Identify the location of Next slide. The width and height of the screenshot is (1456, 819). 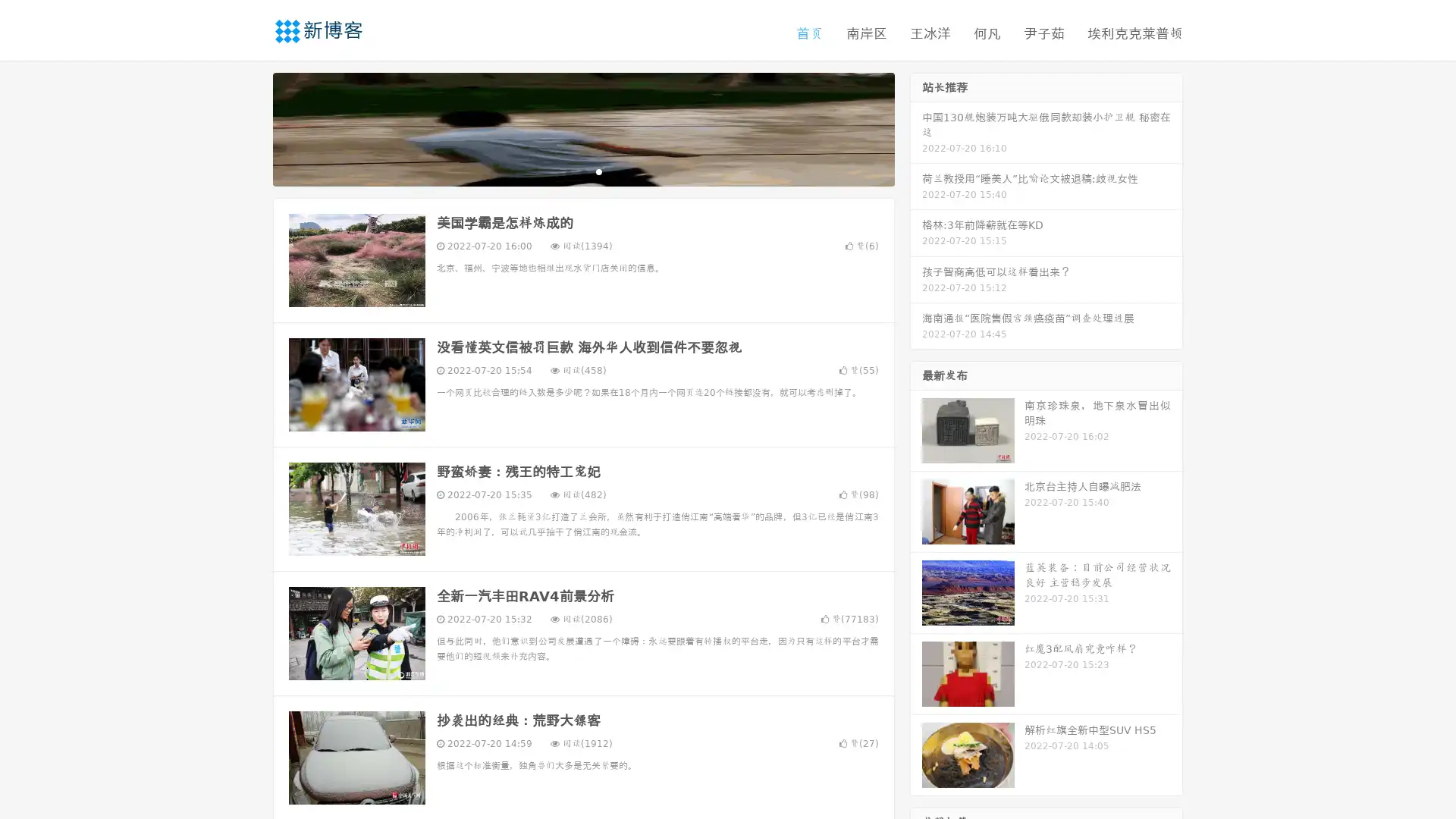
(916, 127).